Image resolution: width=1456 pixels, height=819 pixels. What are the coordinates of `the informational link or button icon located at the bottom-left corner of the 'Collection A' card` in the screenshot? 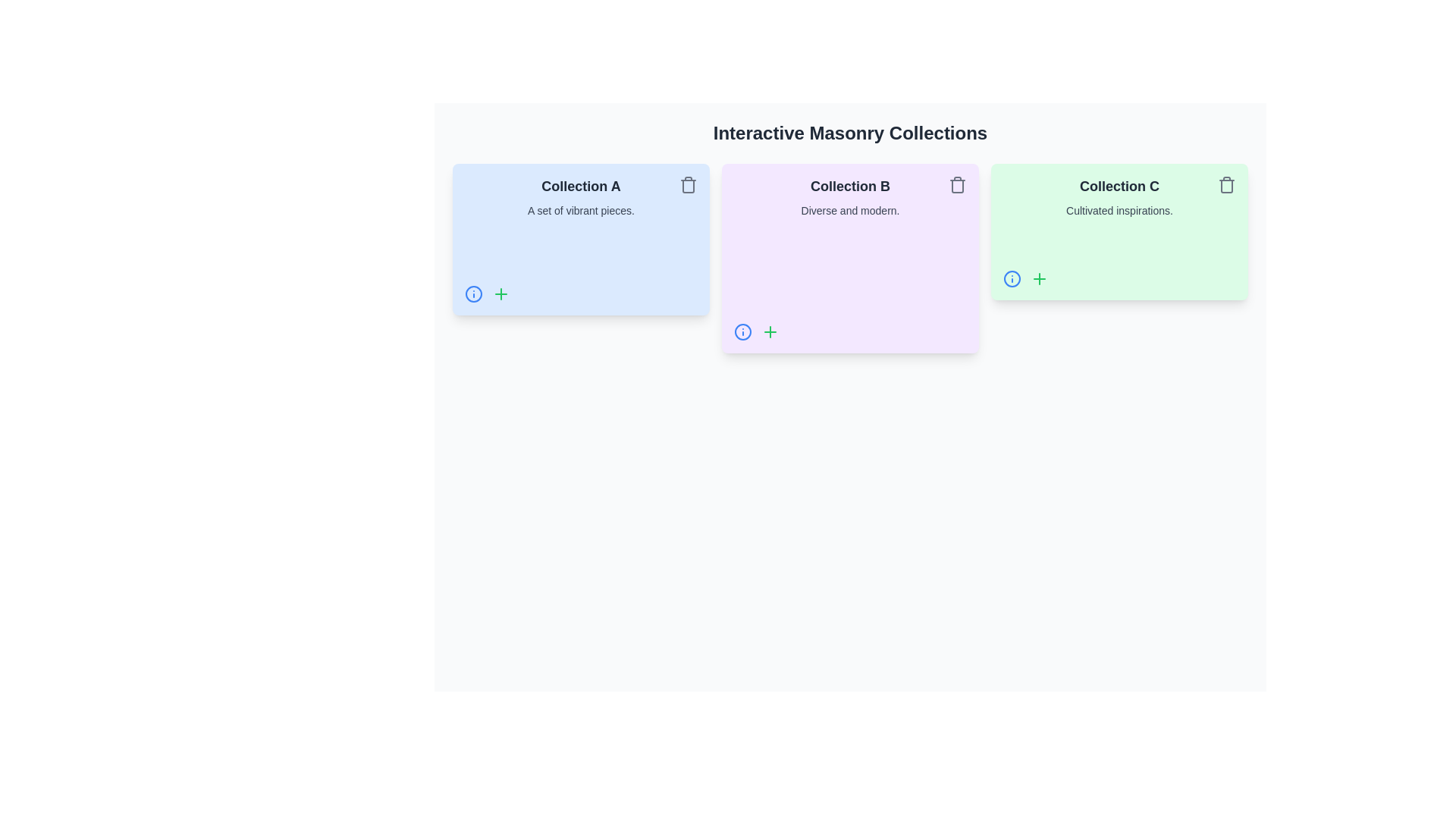 It's located at (472, 294).